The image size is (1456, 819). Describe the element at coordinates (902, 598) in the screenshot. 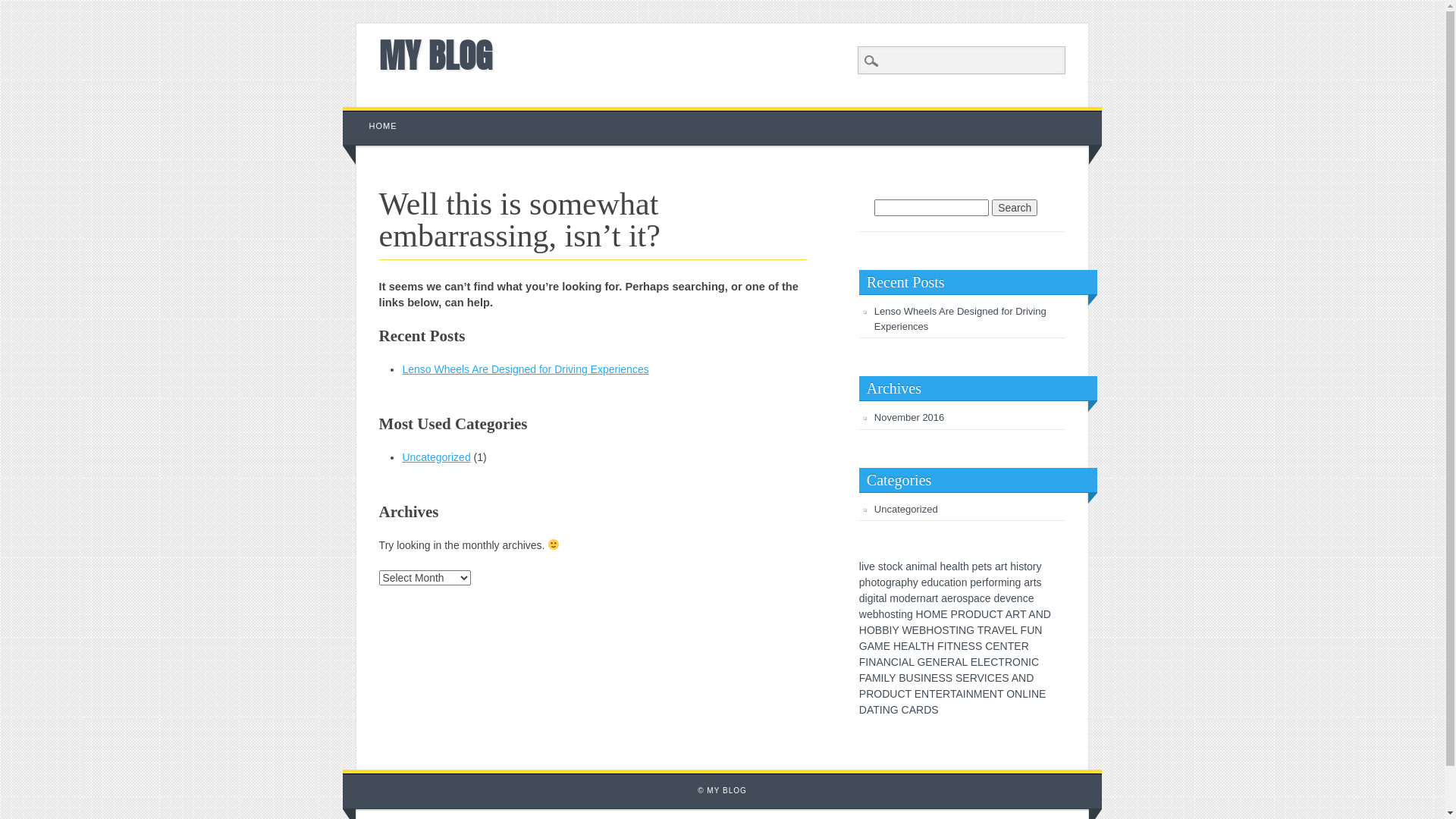

I see `'o'` at that location.